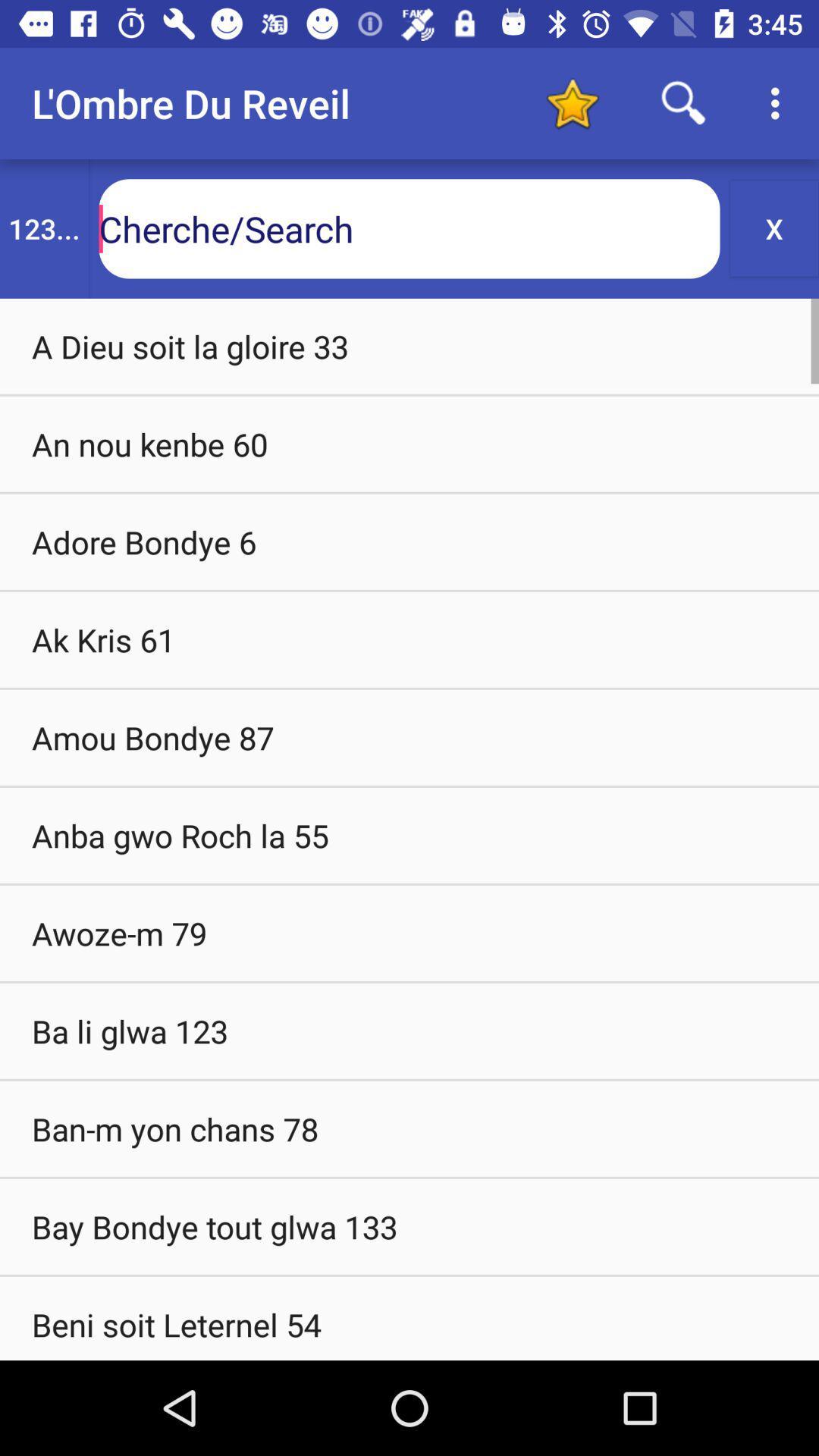 The image size is (819, 1456). What do you see at coordinates (409, 443) in the screenshot?
I see `icon below a dieu soit` at bounding box center [409, 443].